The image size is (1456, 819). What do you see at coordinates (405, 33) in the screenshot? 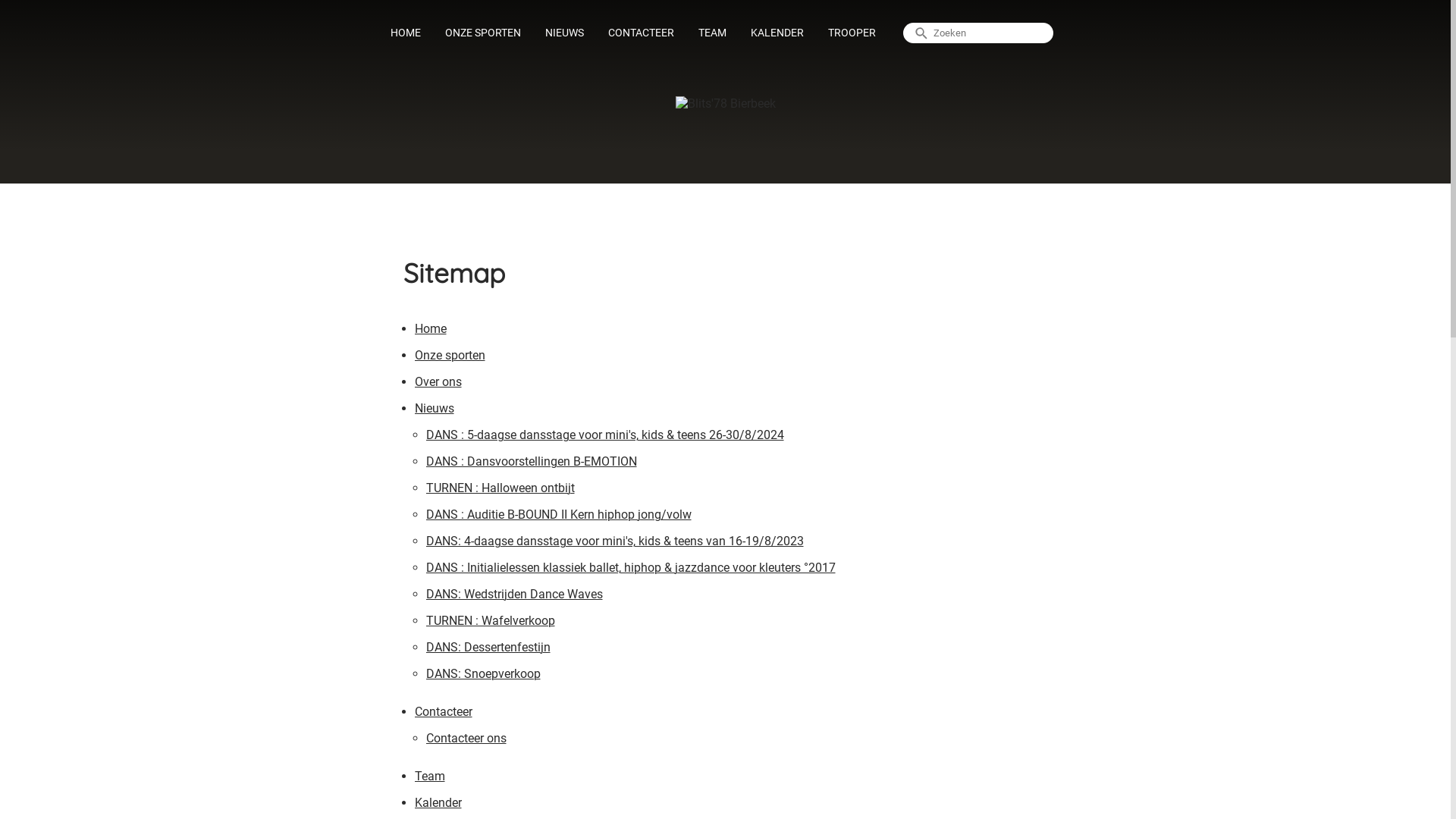
I see `'HOME'` at bounding box center [405, 33].